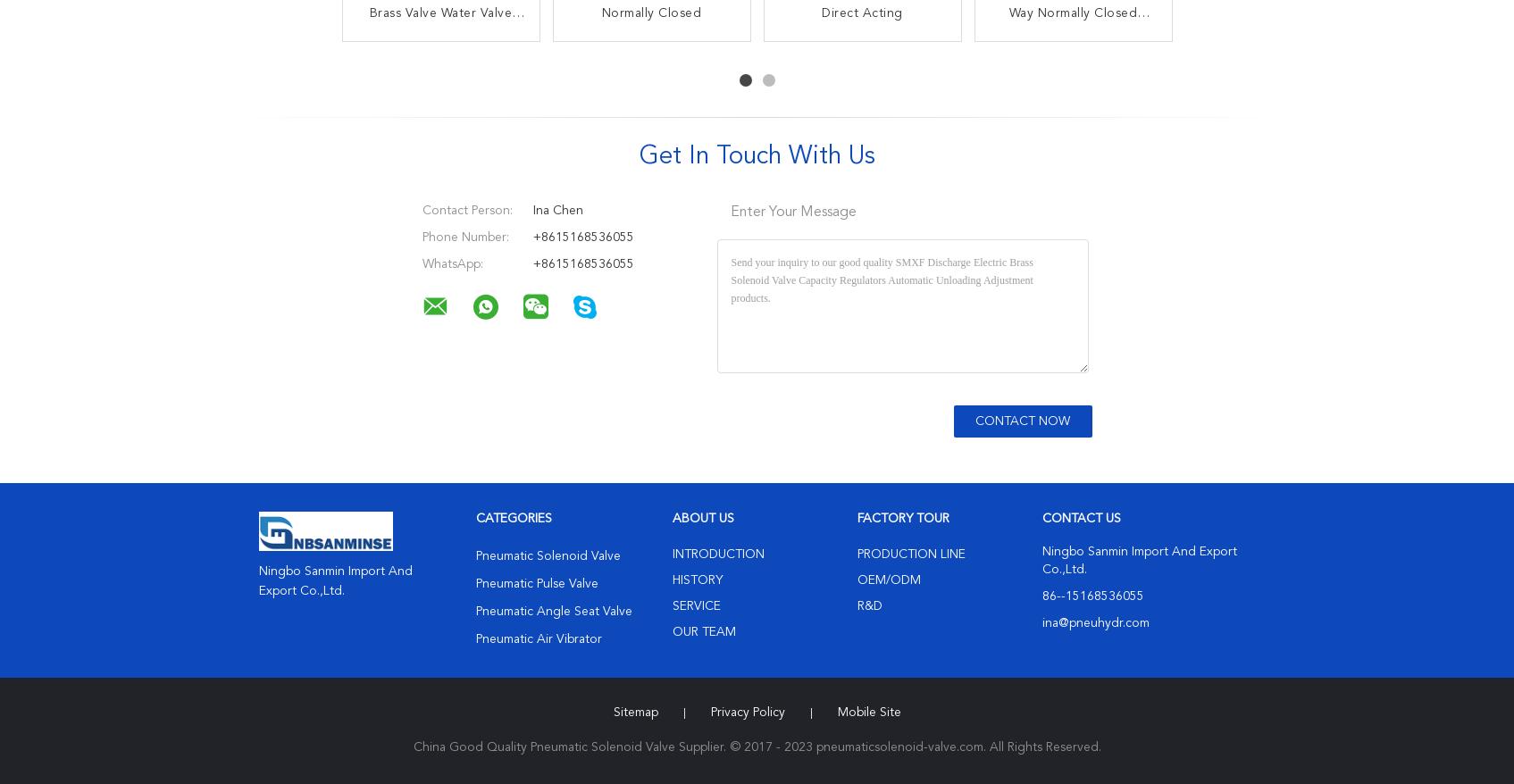  Describe the element at coordinates (909, 554) in the screenshot. I see `'Production Line'` at that location.